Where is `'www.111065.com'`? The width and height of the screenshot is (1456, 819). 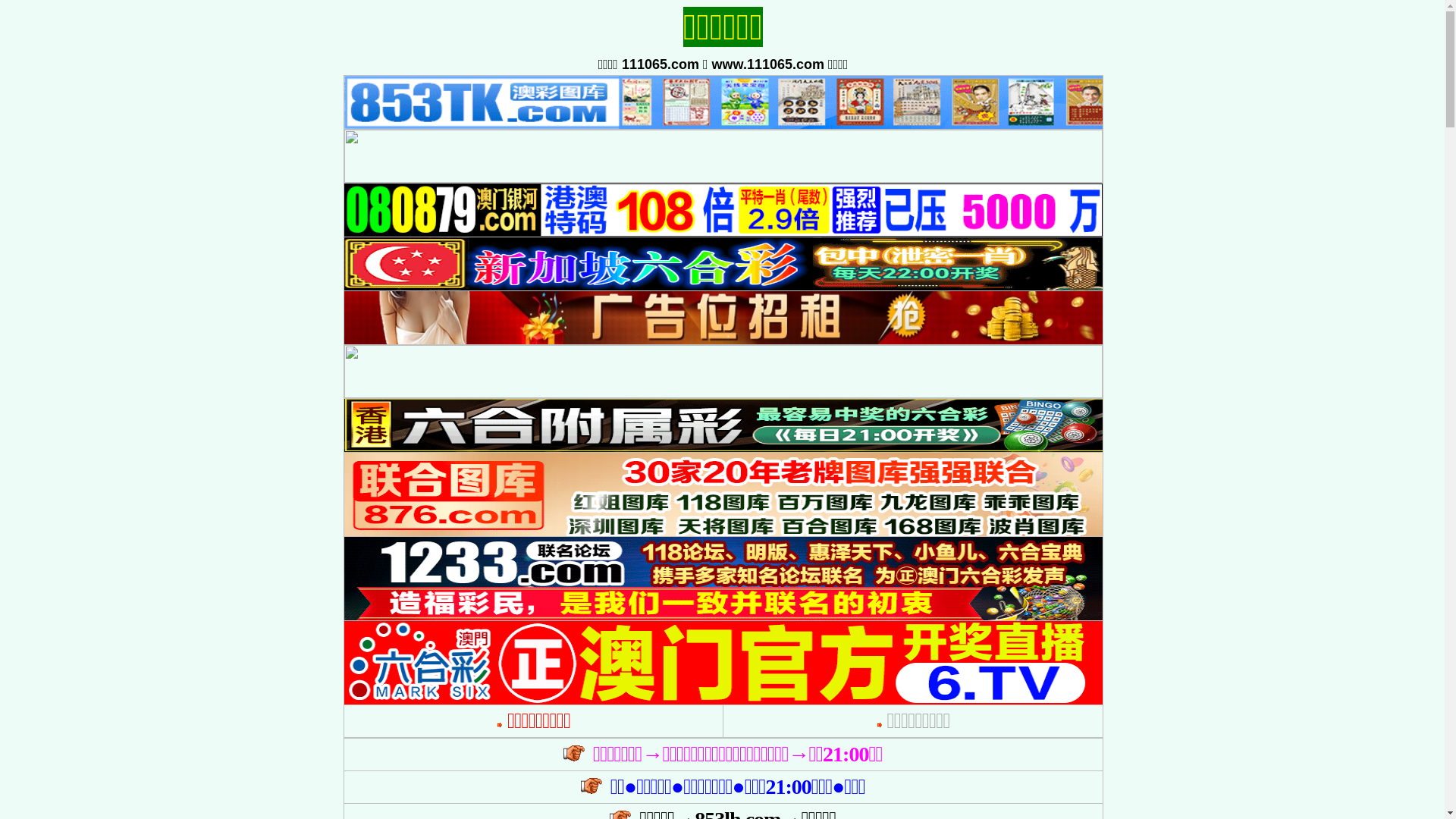
'www.111065.com' is located at coordinates (711, 63).